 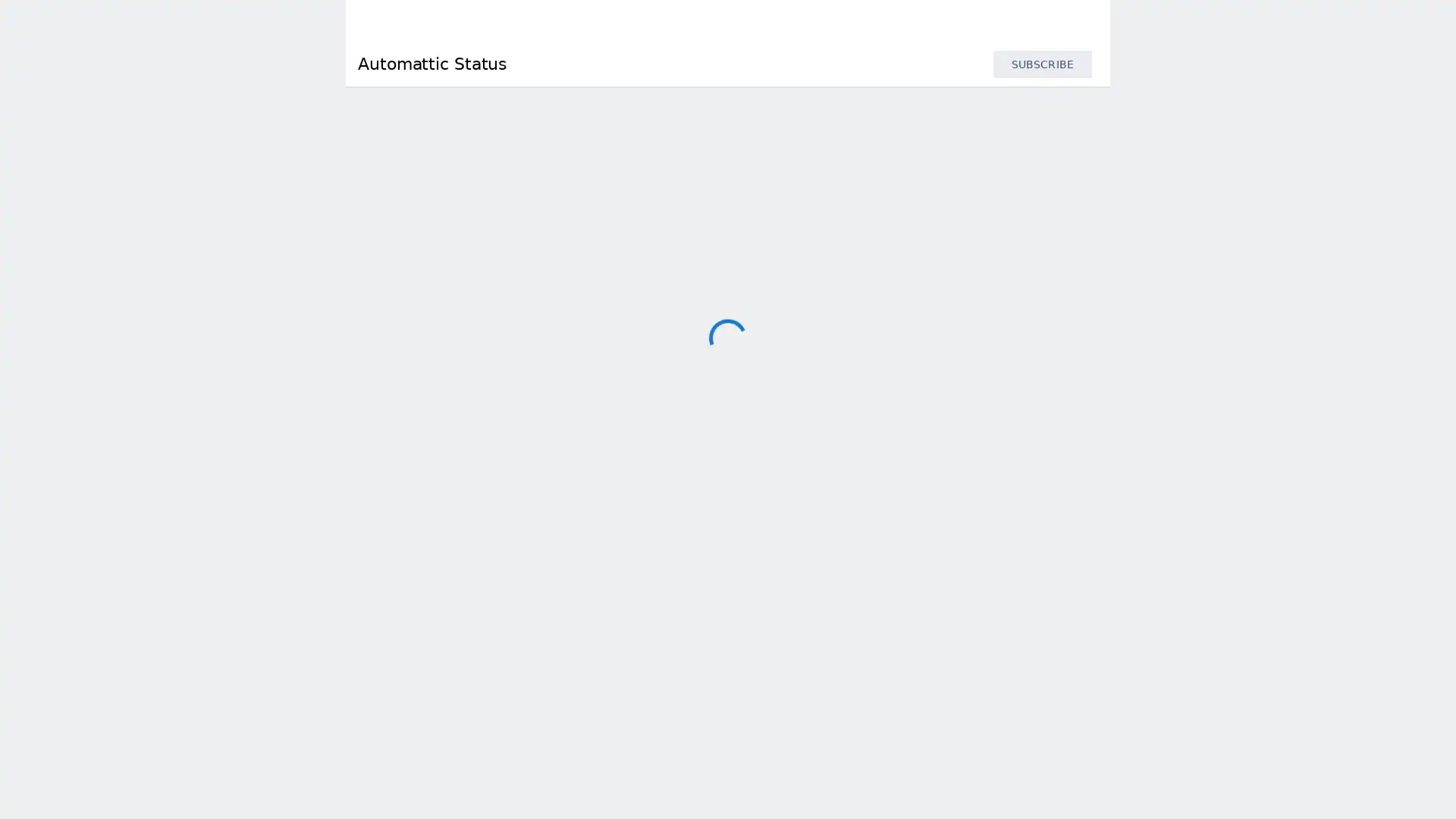 I want to click on Simperium API, so click(x=635, y=756).